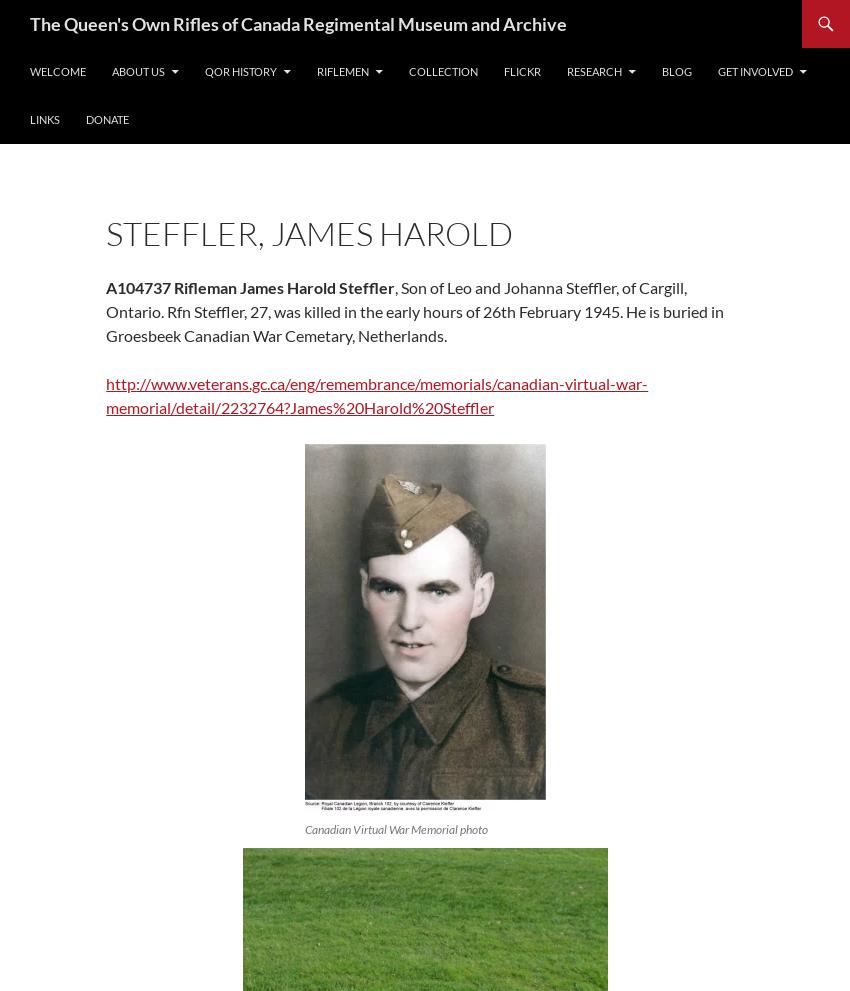  I want to click on 'Links', so click(44, 118).